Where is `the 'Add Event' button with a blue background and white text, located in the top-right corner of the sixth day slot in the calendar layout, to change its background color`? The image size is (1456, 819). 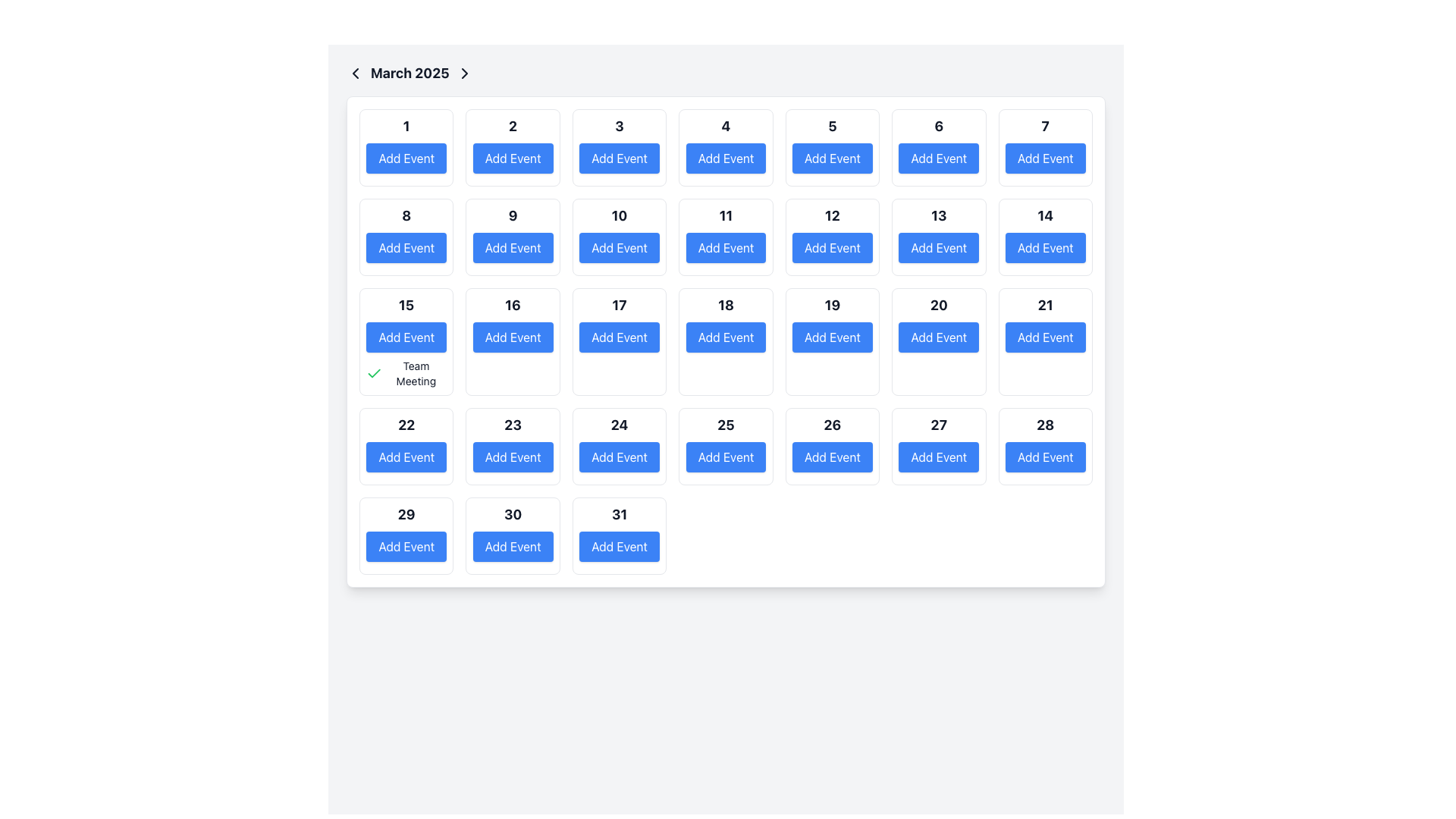
the 'Add Event' button with a blue background and white text, located in the top-right corner of the sixth day slot in the calendar layout, to change its background color is located at coordinates (938, 158).